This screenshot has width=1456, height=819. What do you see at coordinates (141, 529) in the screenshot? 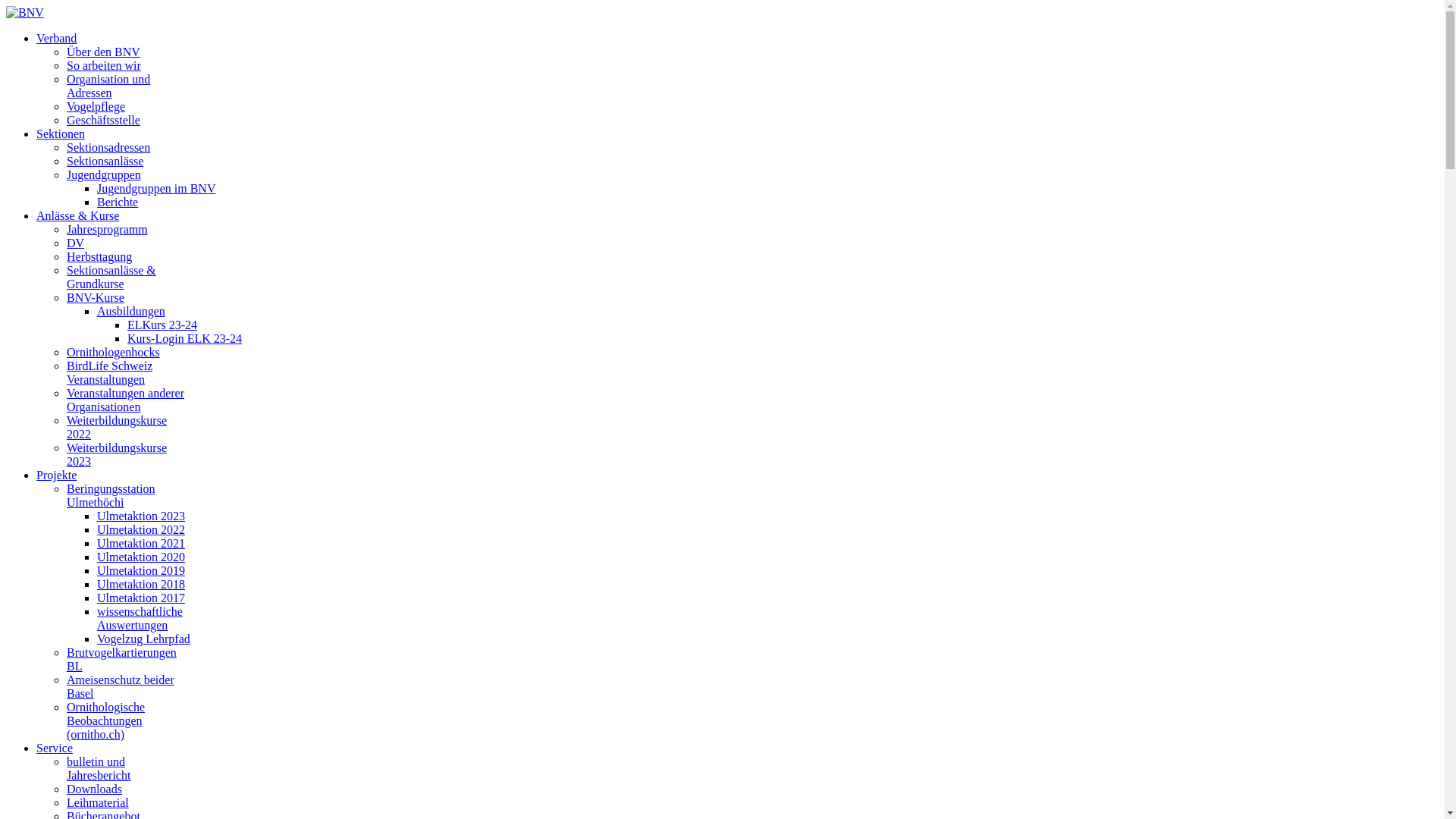
I see `'Ulmetaktion 2022'` at bounding box center [141, 529].